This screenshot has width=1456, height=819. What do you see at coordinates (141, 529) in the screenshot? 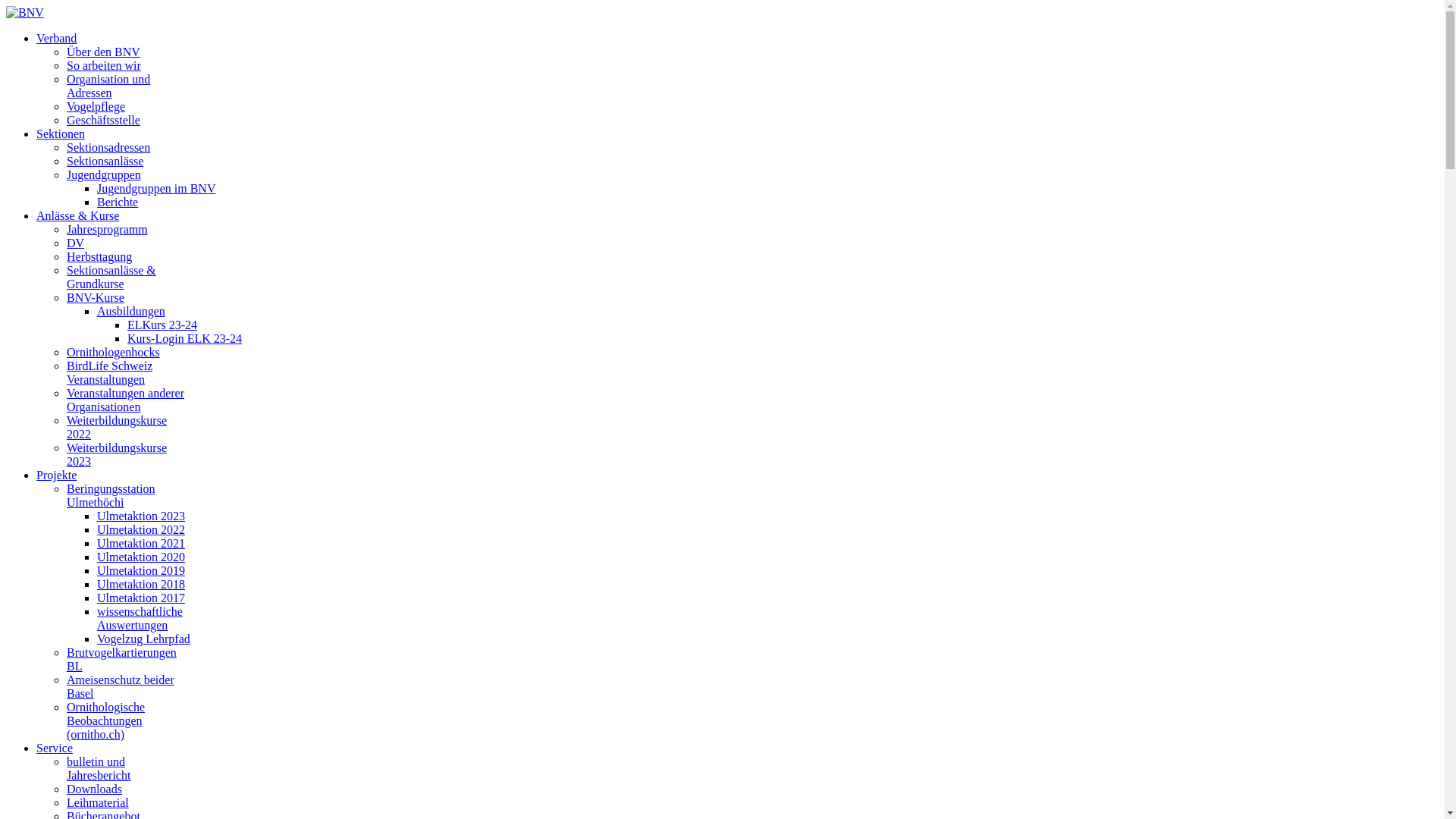
I see `'Ulmetaktion 2022'` at bounding box center [141, 529].